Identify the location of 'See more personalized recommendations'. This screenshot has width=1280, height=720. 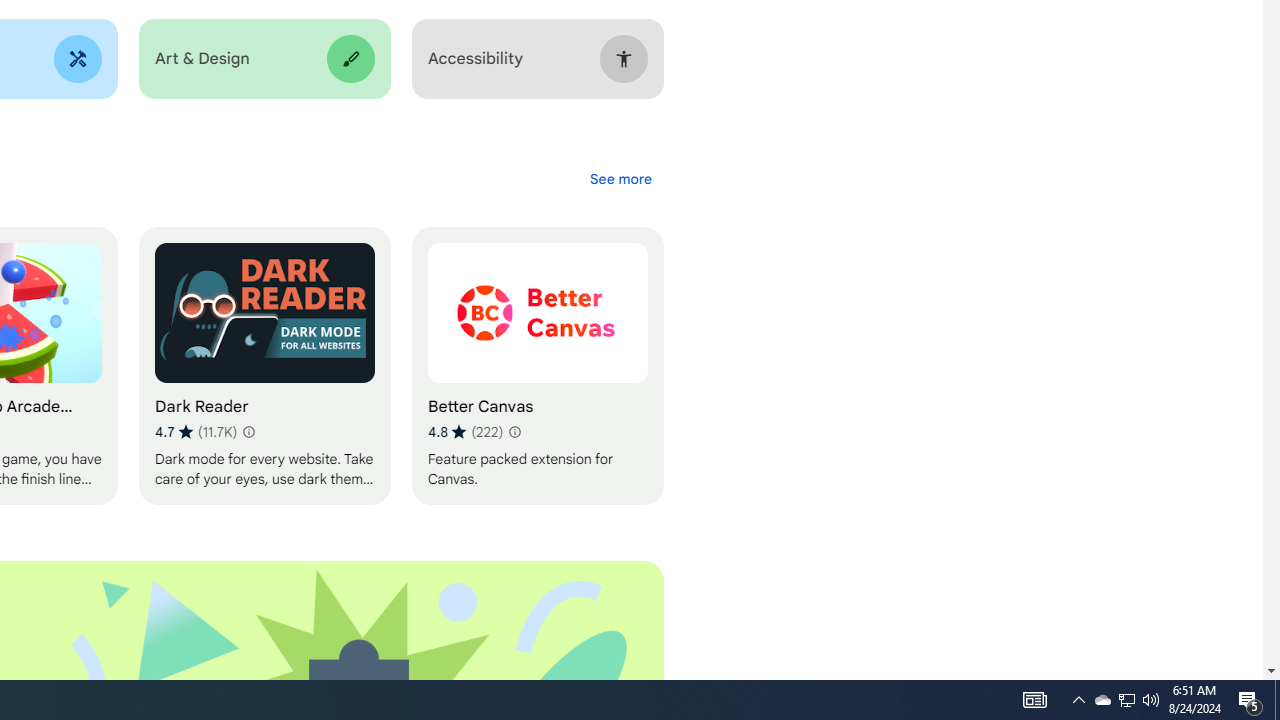
(619, 178).